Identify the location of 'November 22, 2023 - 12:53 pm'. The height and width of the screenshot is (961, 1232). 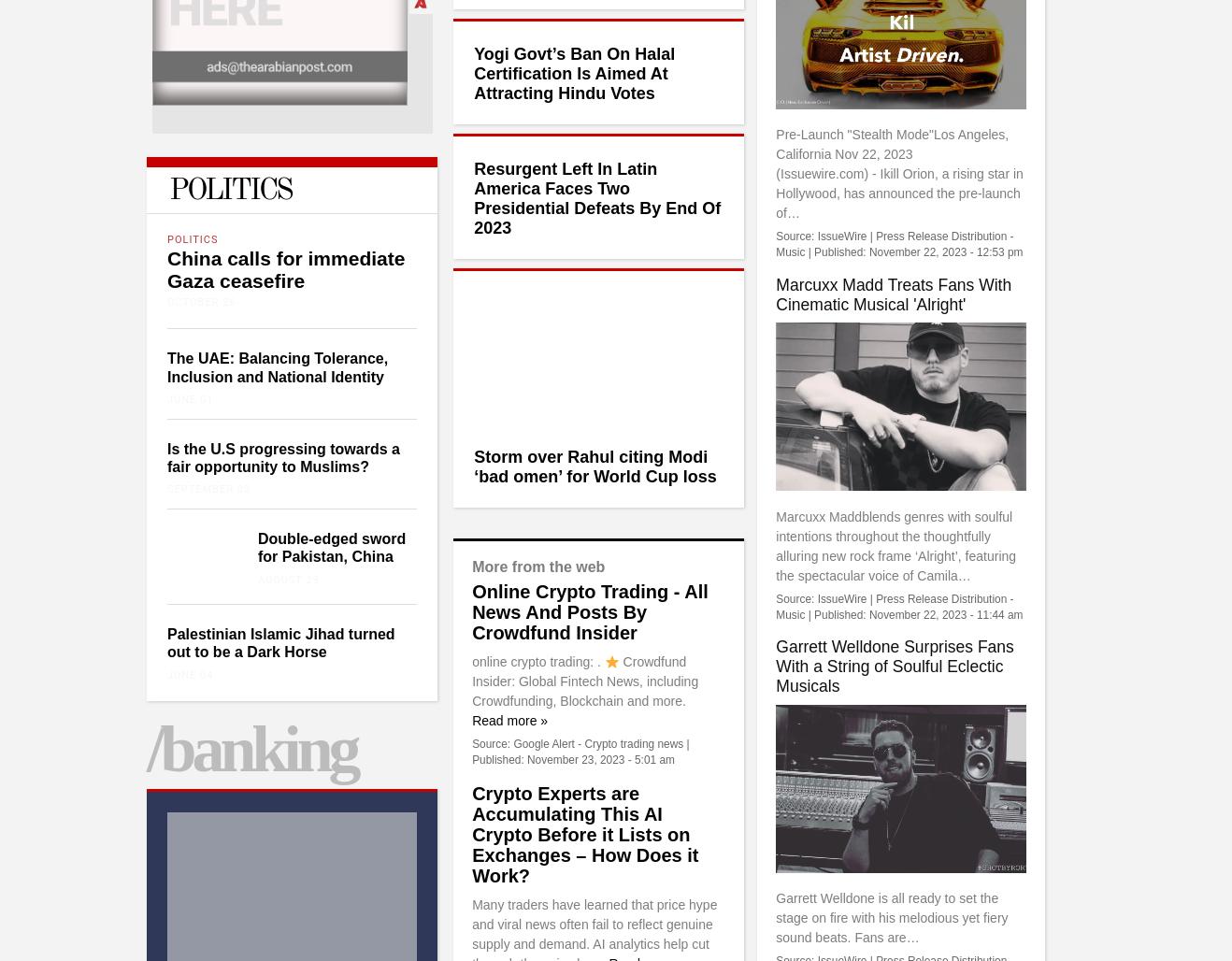
(945, 251).